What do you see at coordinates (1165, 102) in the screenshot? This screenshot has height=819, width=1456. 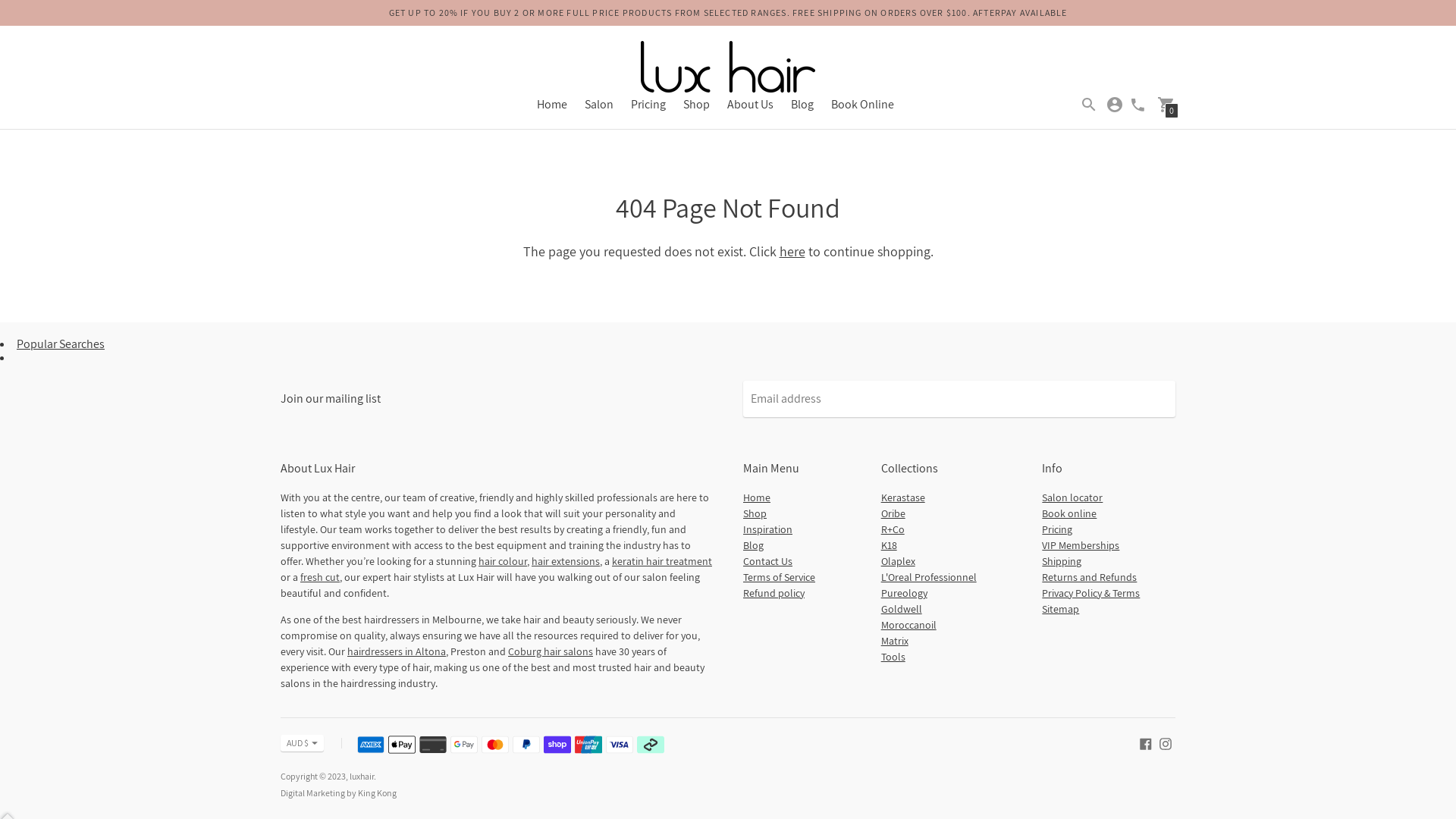 I see `'0'` at bounding box center [1165, 102].